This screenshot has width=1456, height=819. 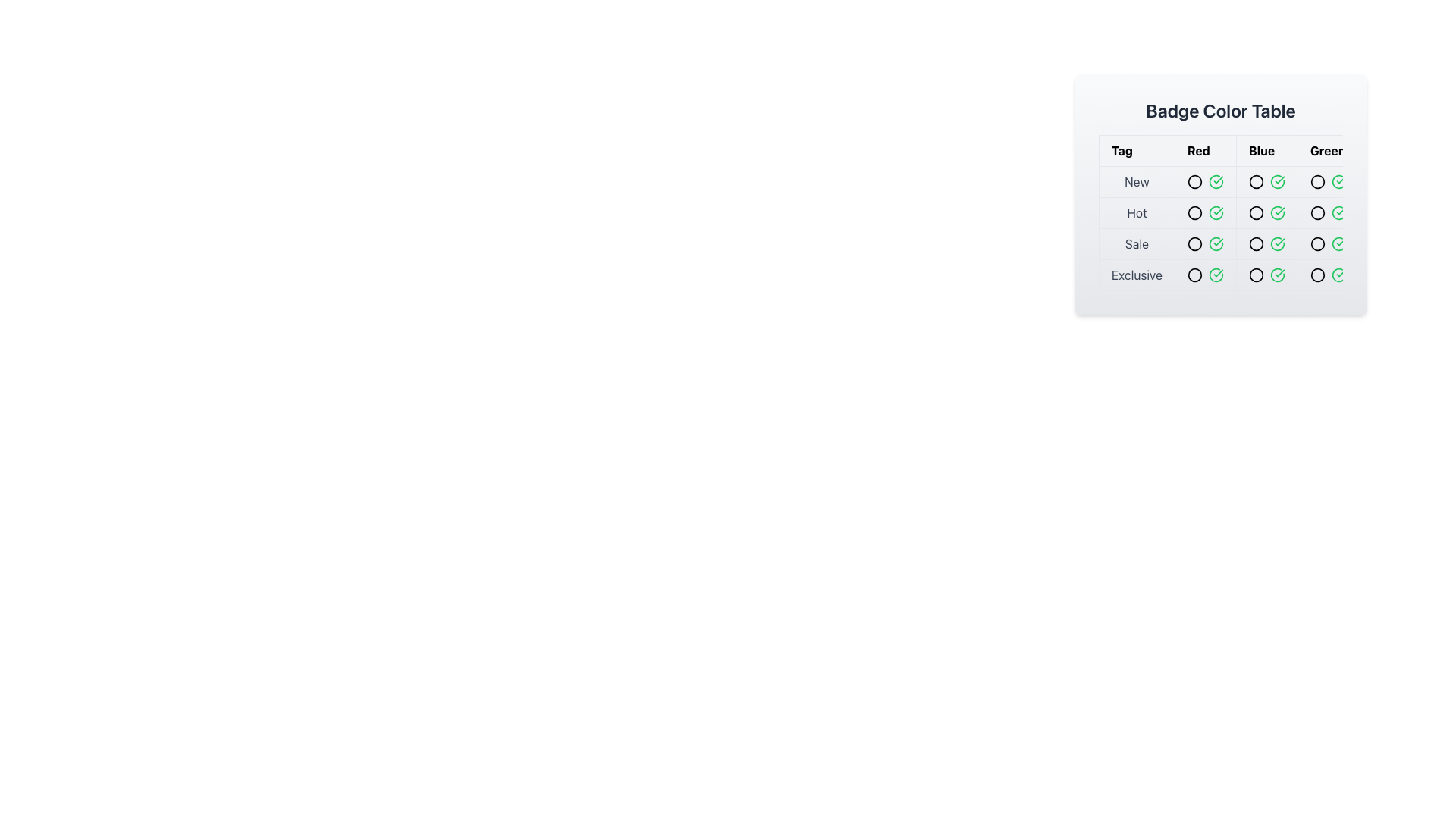 What do you see at coordinates (1137, 180) in the screenshot?
I see `the Text Label located in the top-left cell of the table under the 'Tag' column, which categorizes the corresponding table row` at bounding box center [1137, 180].